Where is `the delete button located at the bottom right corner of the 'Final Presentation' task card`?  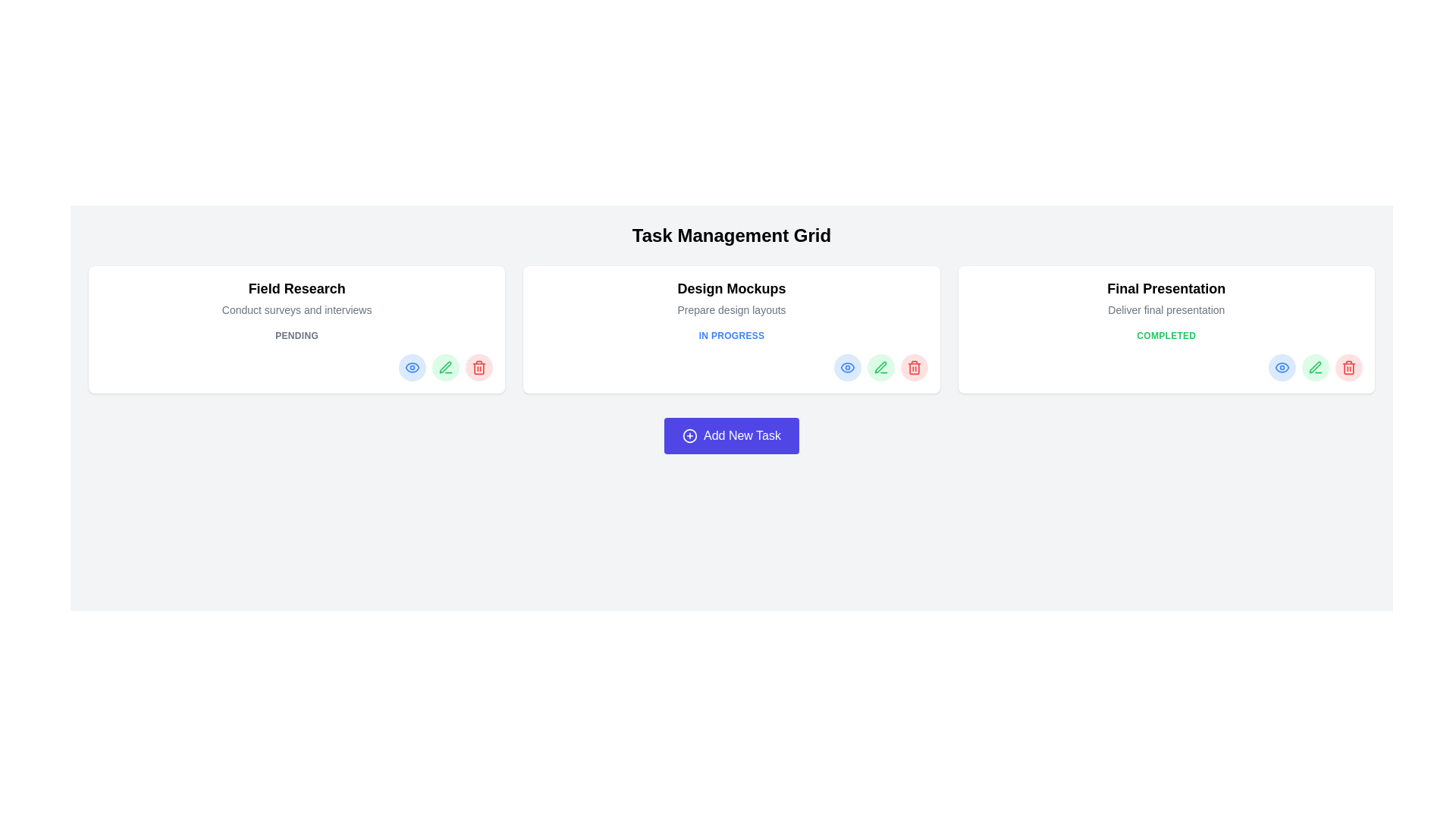 the delete button located at the bottom right corner of the 'Final Presentation' task card is located at coordinates (1349, 368).